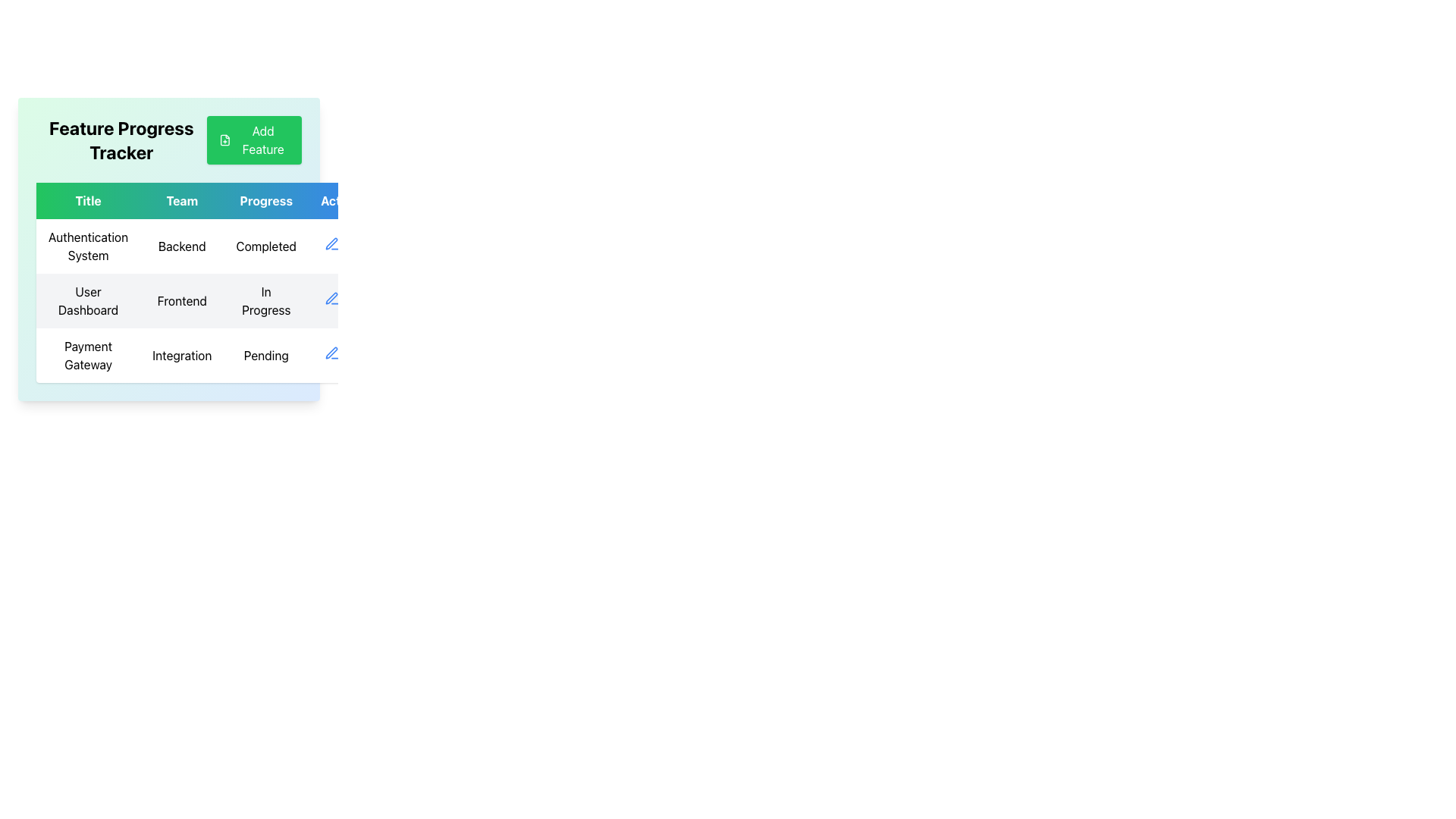 This screenshot has height=819, width=1456. What do you see at coordinates (266, 200) in the screenshot?
I see `the text label displaying 'Progress', which is the third column header in a row of headers, located near the top center of the interface` at bounding box center [266, 200].